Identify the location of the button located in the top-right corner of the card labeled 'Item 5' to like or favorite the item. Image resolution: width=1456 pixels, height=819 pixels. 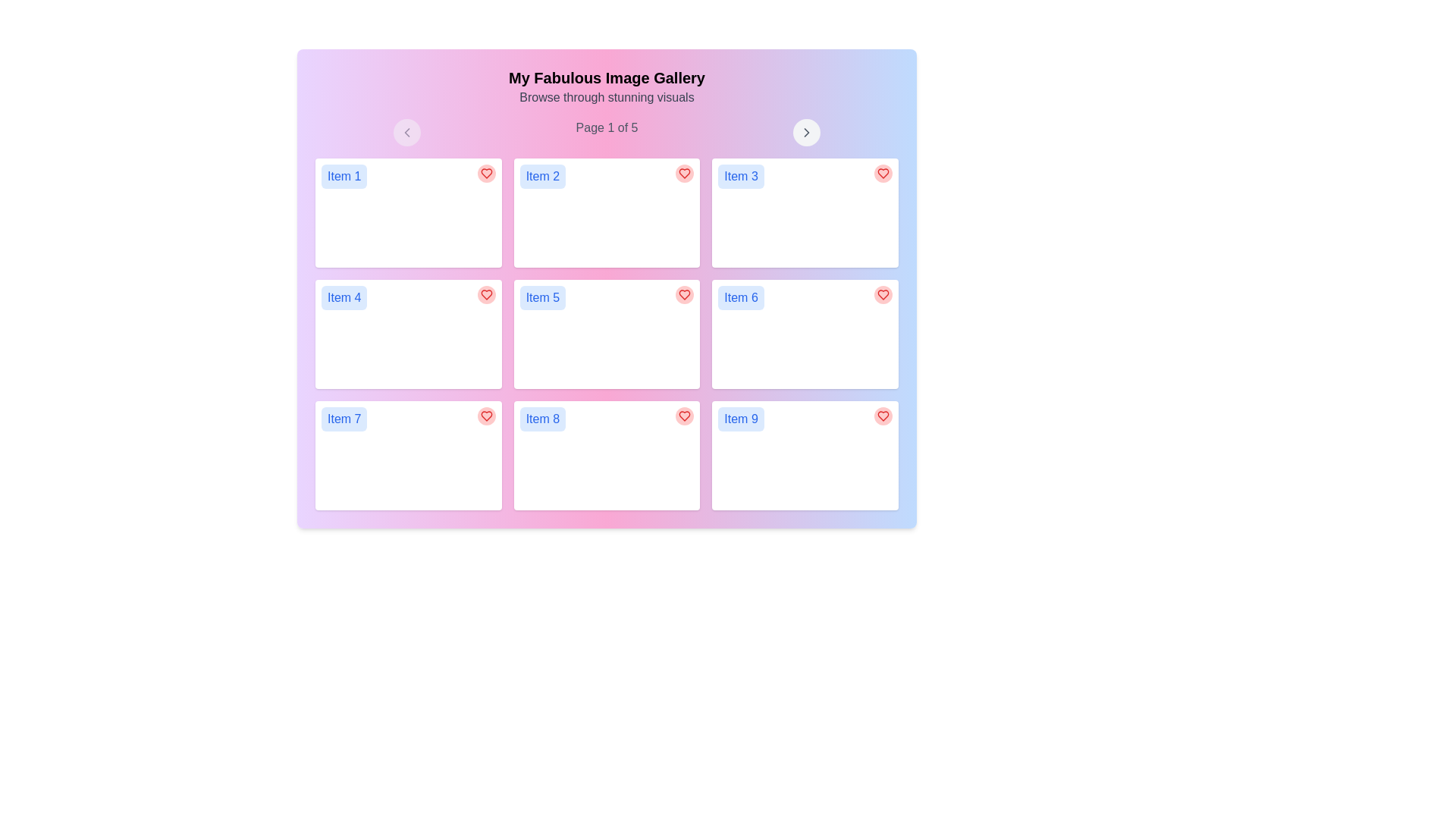
(684, 295).